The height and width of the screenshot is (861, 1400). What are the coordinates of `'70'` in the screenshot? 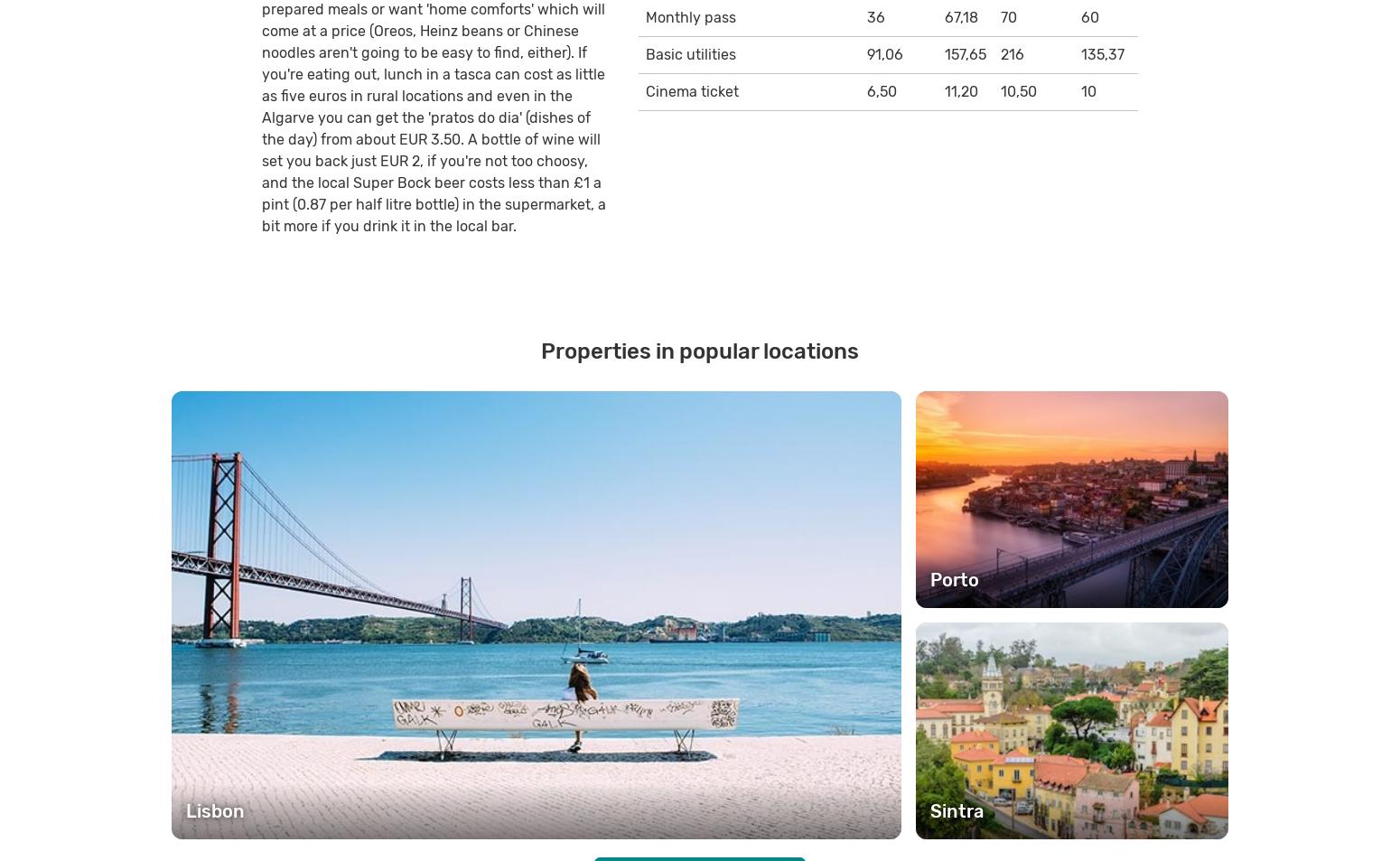 It's located at (1007, 15).